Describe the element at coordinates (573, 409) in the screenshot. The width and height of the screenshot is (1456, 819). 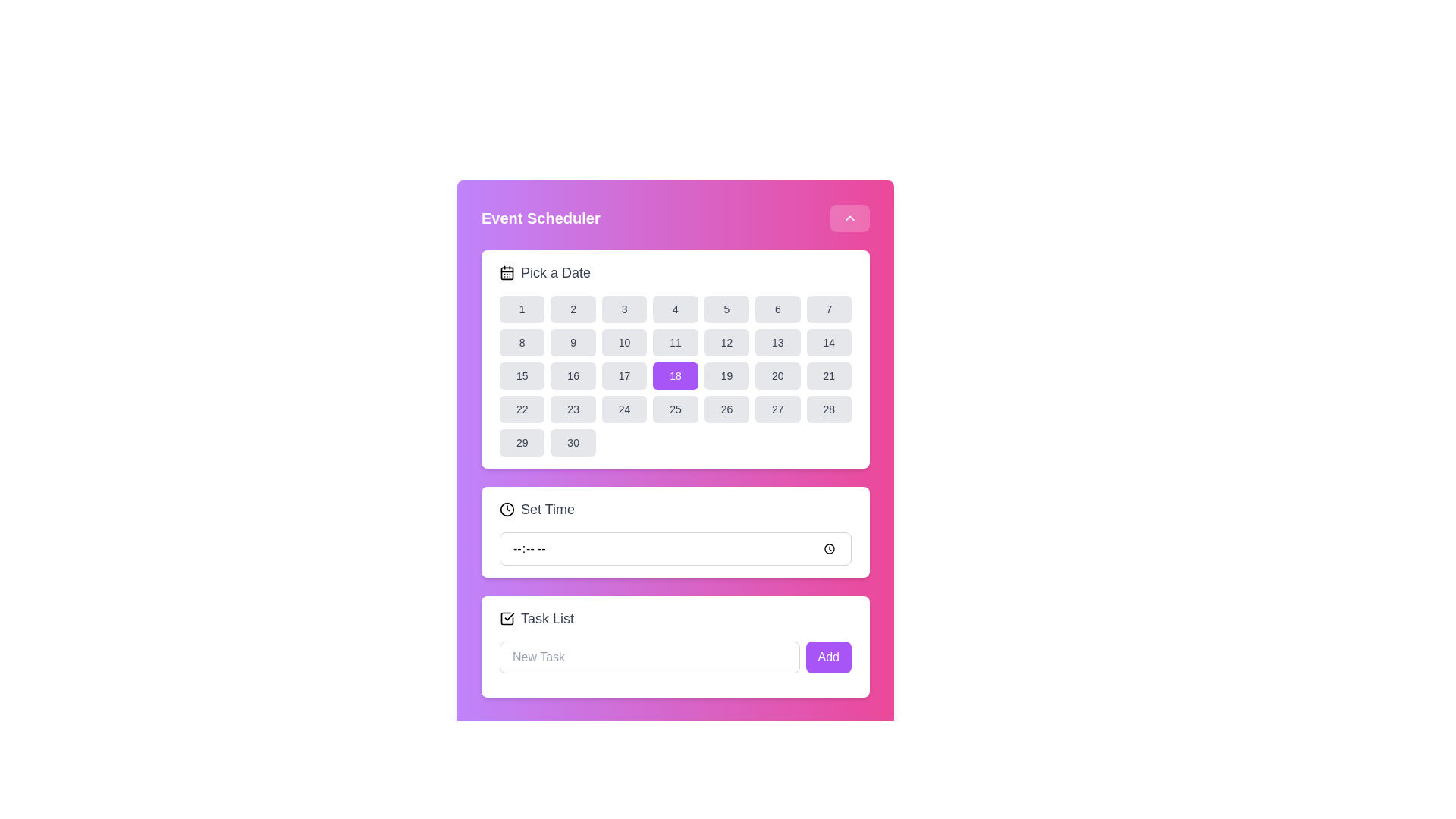
I see `the button displaying the number '23' with a gray background and rounded edges located in the fifth row, second column of the calendar grid` at that location.